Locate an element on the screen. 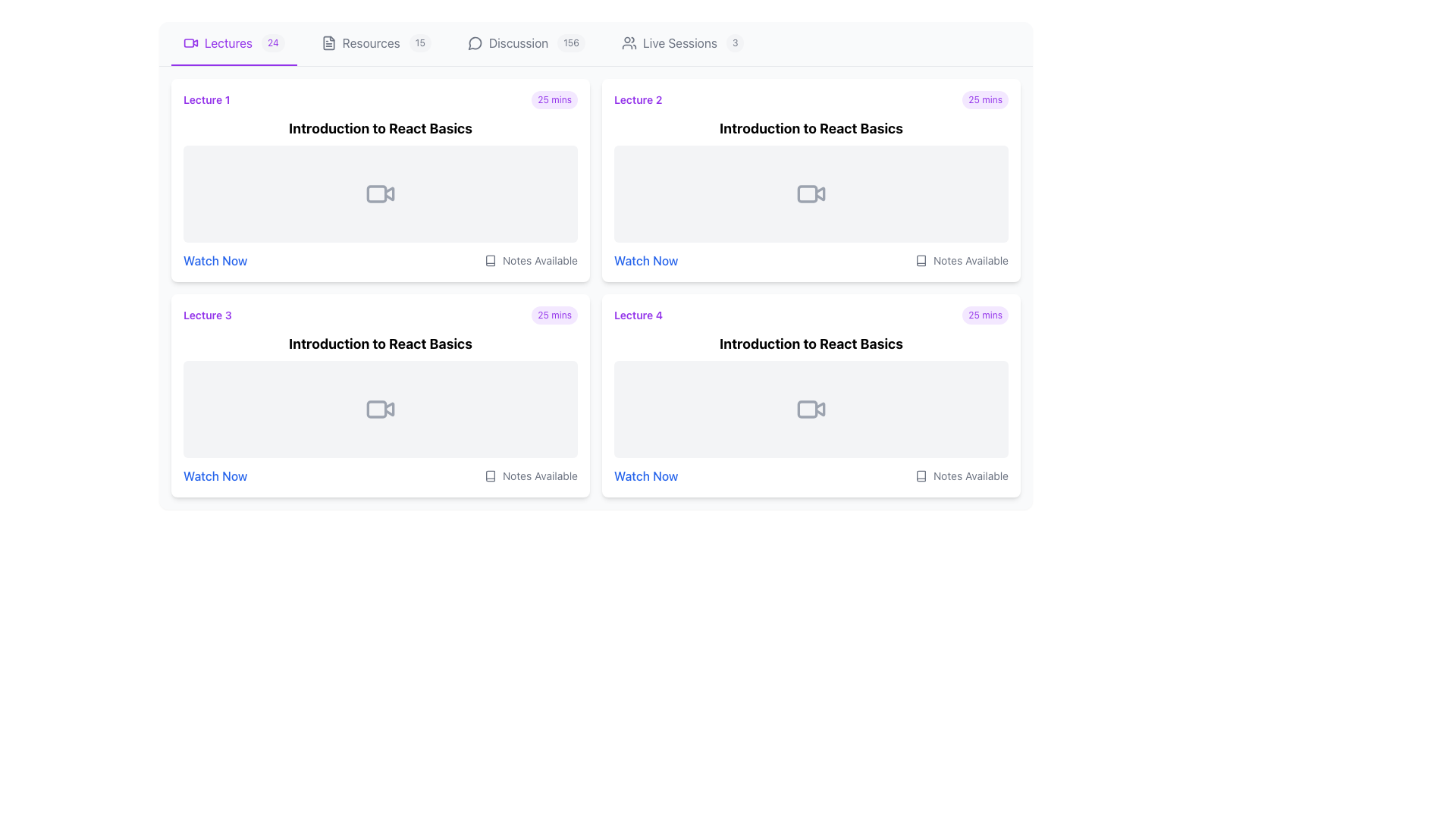 The width and height of the screenshot is (1456, 819). the informational label with an icon resembling a closed book and the text 'Notes Available' located in the bottom-right corner of the third card in a 2x2 grid layout is located at coordinates (531, 475).